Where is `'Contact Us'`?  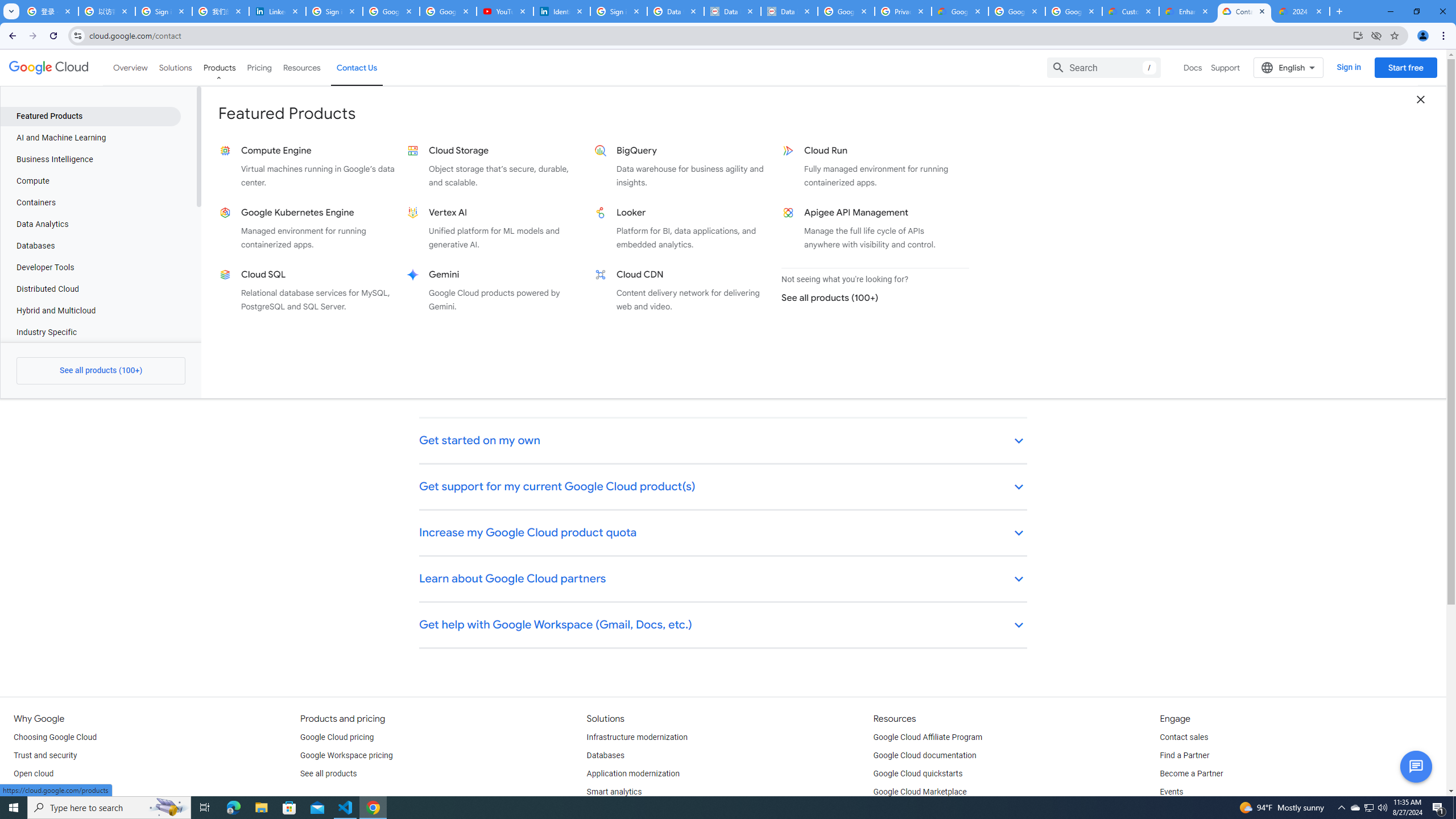 'Contact Us' is located at coordinates (357, 67).